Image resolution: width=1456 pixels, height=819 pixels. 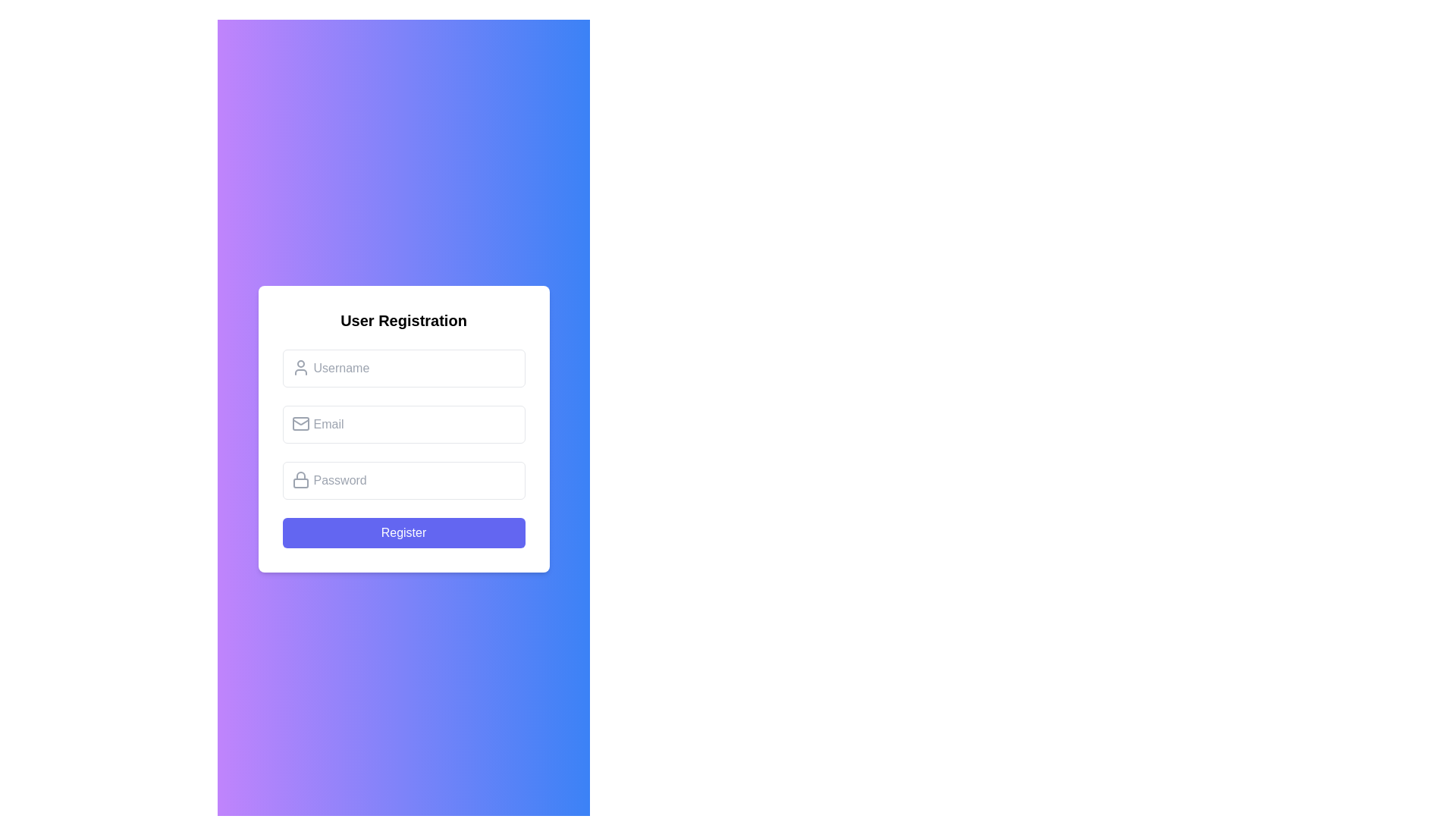 What do you see at coordinates (403, 424) in the screenshot?
I see `the email input field located below the 'Username' field and above the 'Password' field` at bounding box center [403, 424].